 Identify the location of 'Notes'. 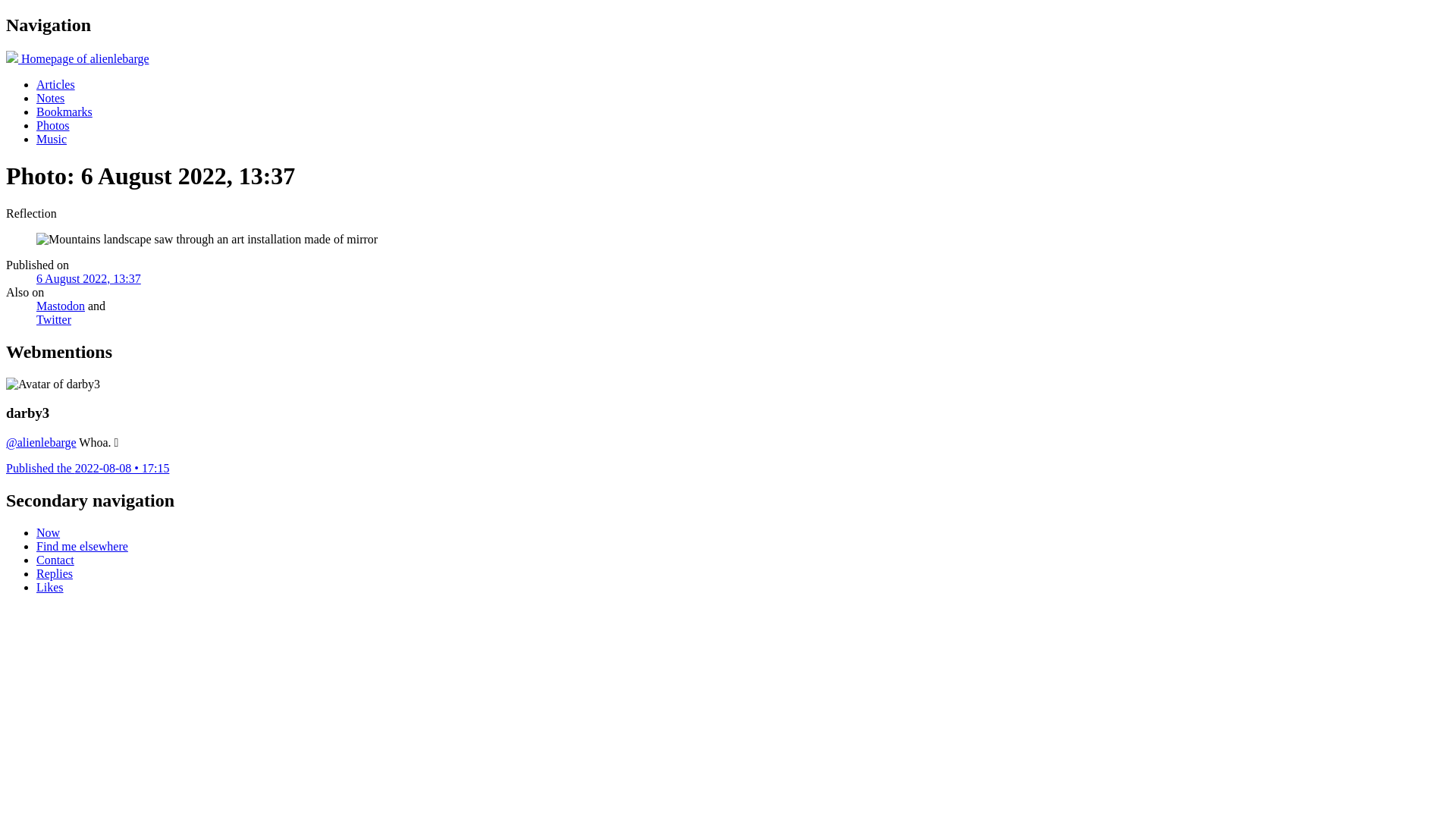
(36, 98).